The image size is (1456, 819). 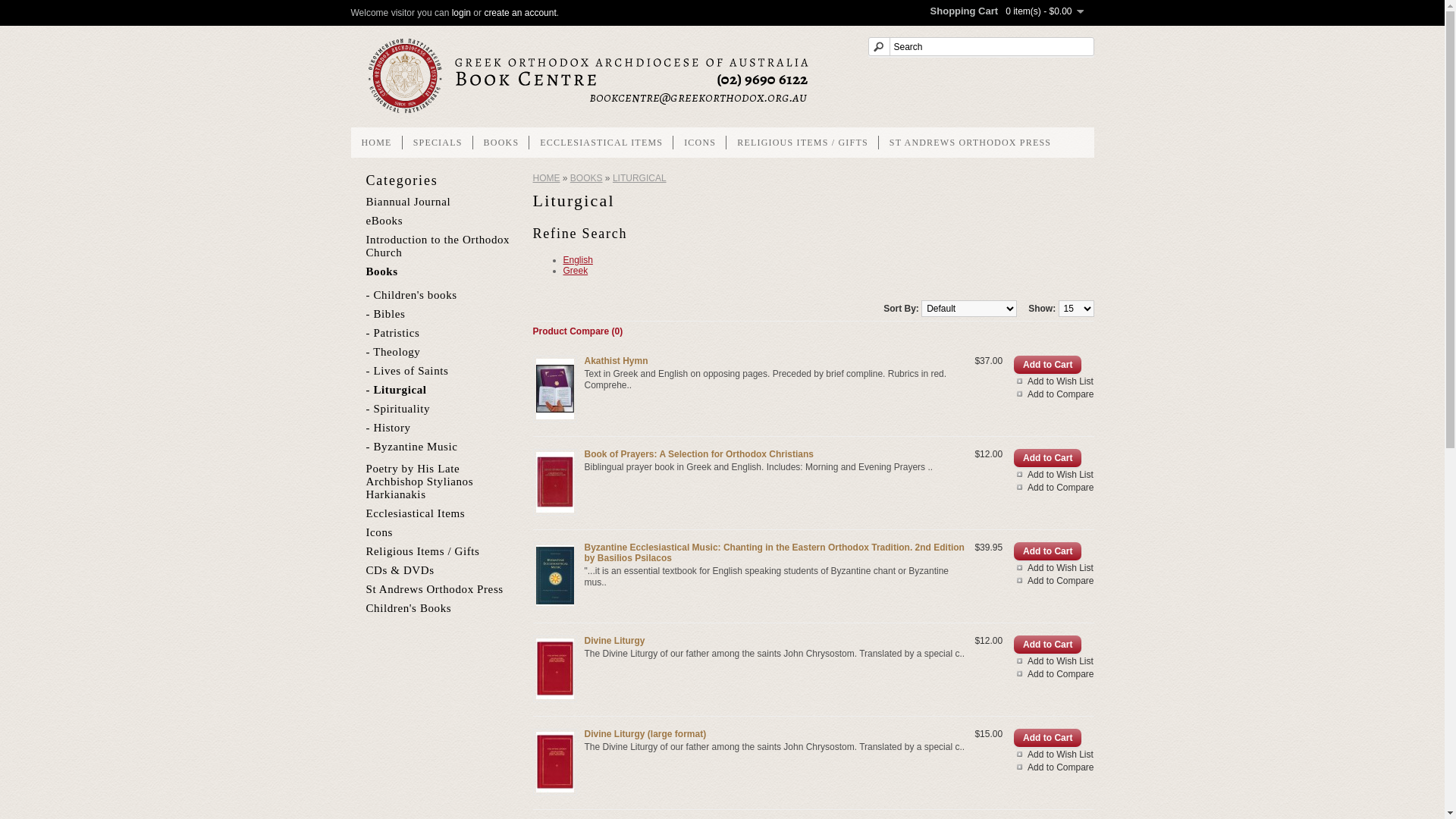 I want to click on 'Biannual Journal', so click(x=407, y=201).